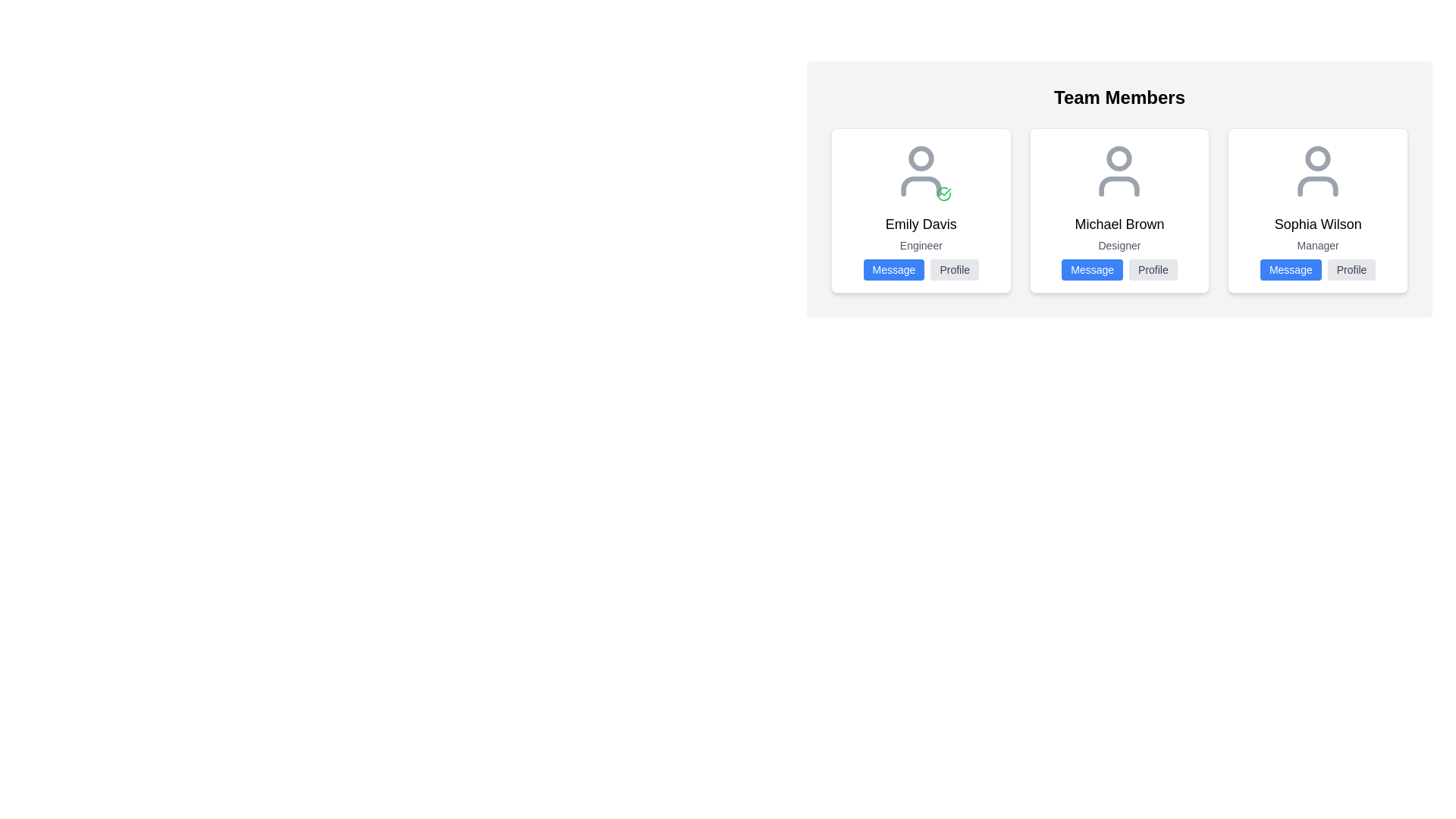  What do you see at coordinates (920, 224) in the screenshot?
I see `the text element that displays the name of the individual, located in the center column of the team members layout, positioned between the user avatar and the role title 'Engineer'` at bounding box center [920, 224].